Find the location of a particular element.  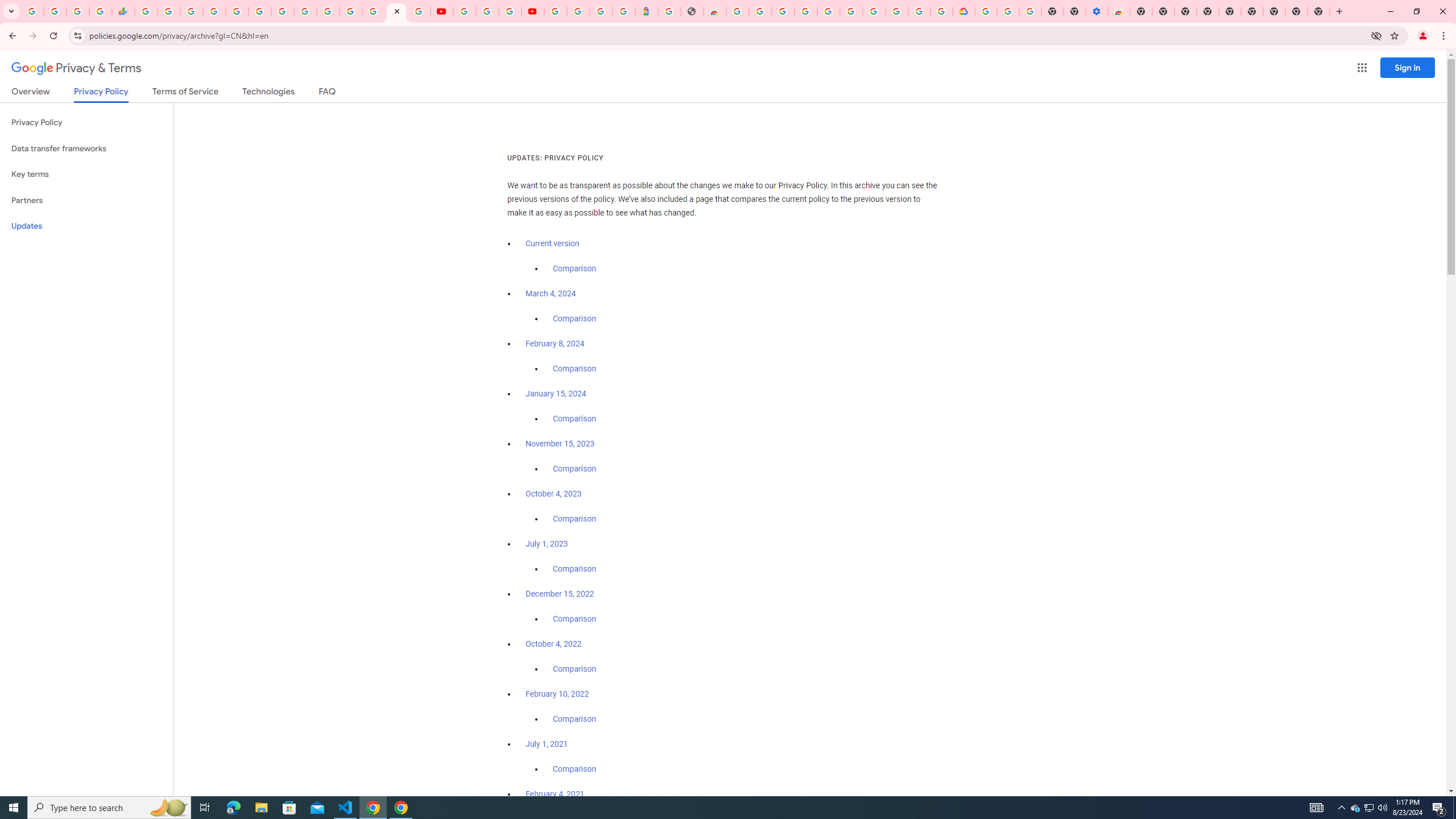

'Chrome Web Store - Household' is located at coordinates (714, 11).